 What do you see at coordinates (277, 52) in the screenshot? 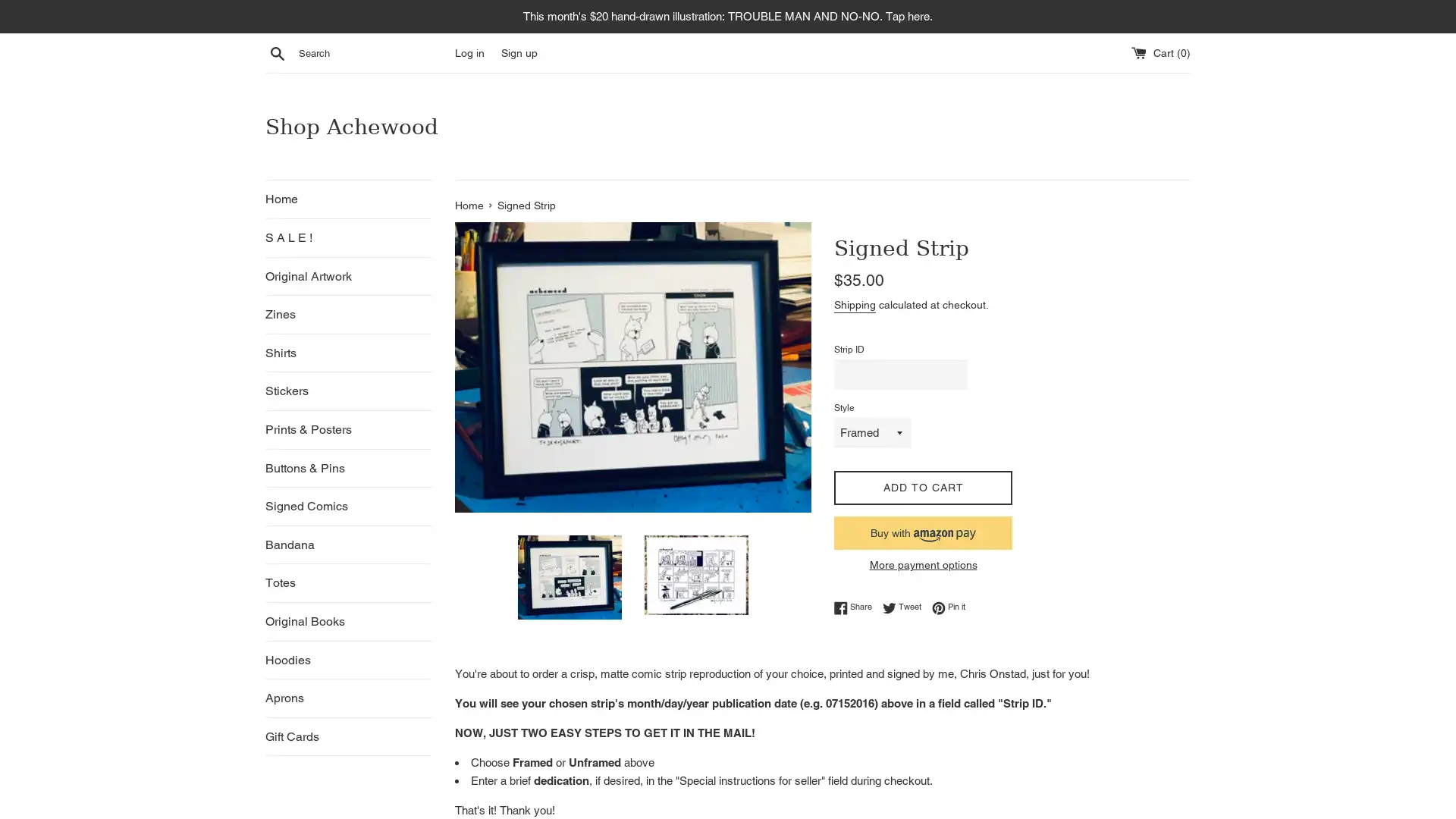
I see `Search` at bounding box center [277, 52].